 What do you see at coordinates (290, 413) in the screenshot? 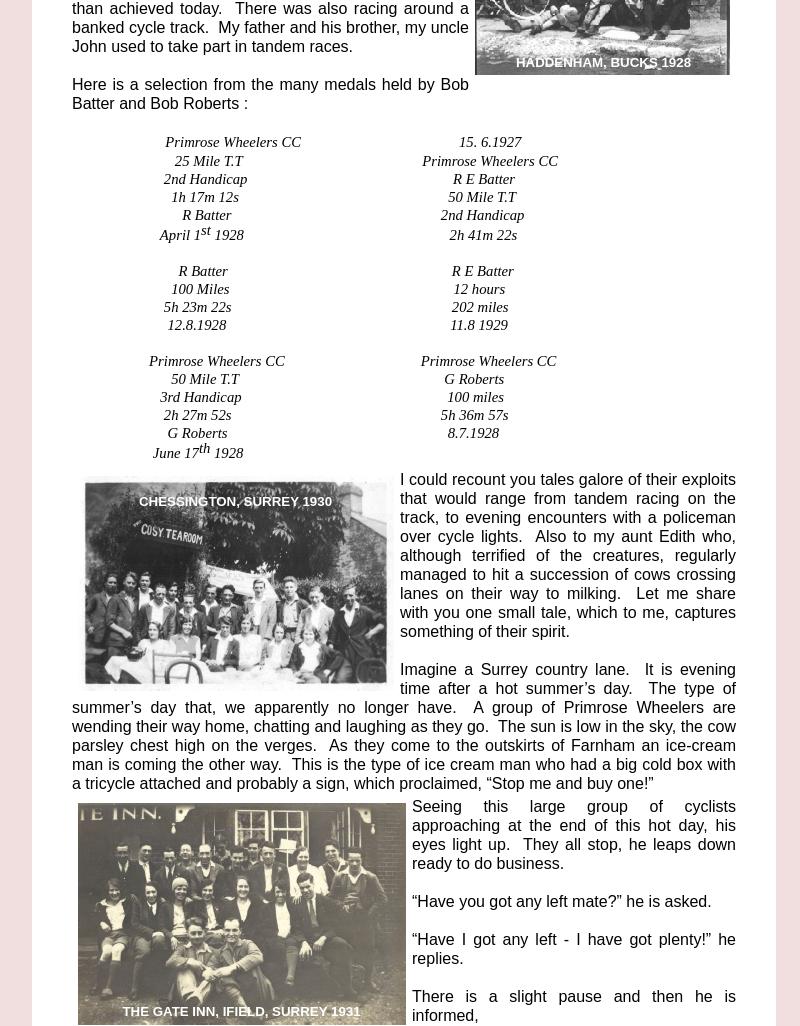
I see `'2h 27m 52s                                                         5h 36m 57s'` at bounding box center [290, 413].